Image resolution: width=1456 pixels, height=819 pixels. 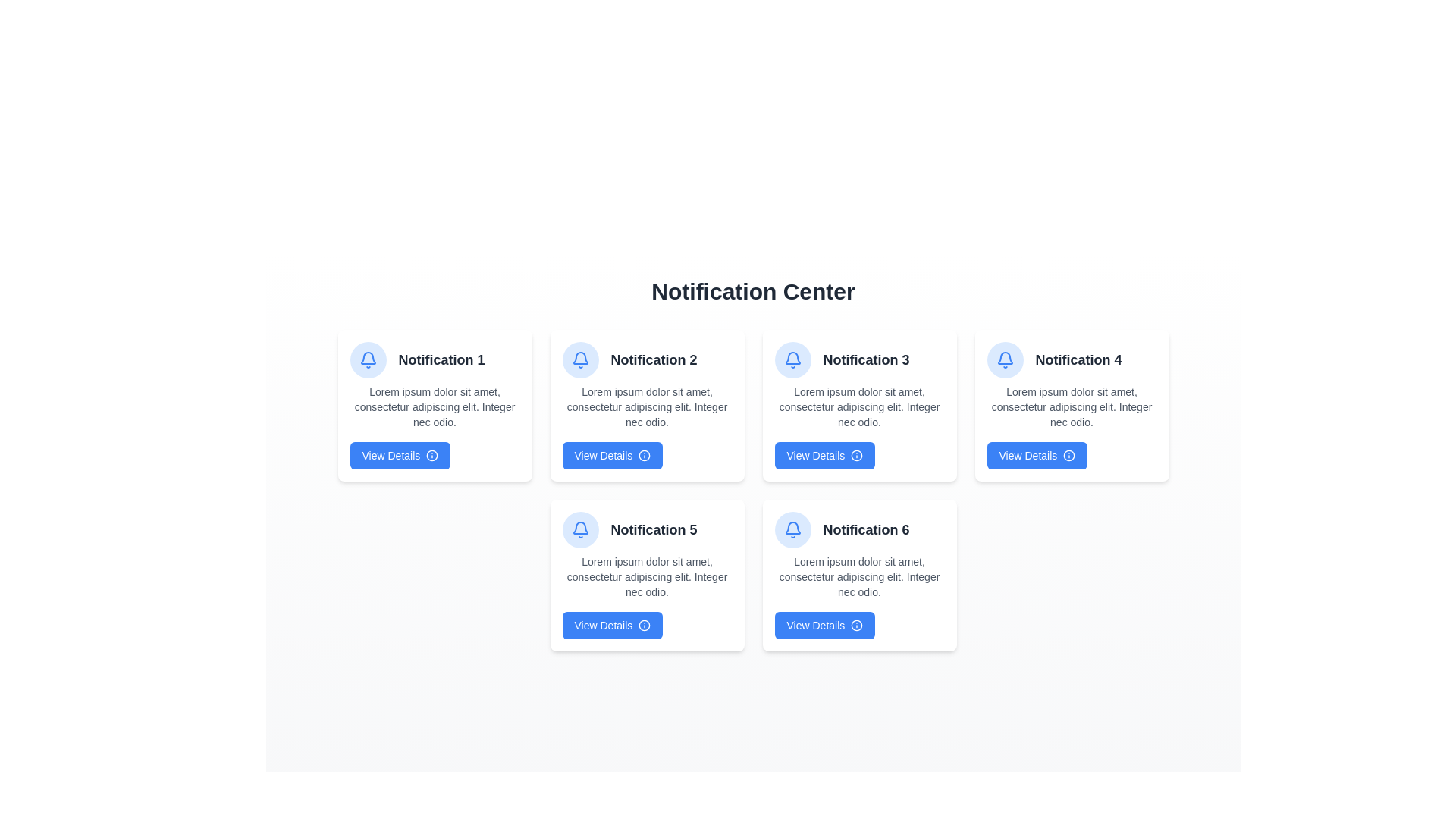 What do you see at coordinates (857, 455) in the screenshot?
I see `the icon within the 'View Details' button of 'Notification 3' in the first row, third column of the grid layout to possibly trigger a related action` at bounding box center [857, 455].